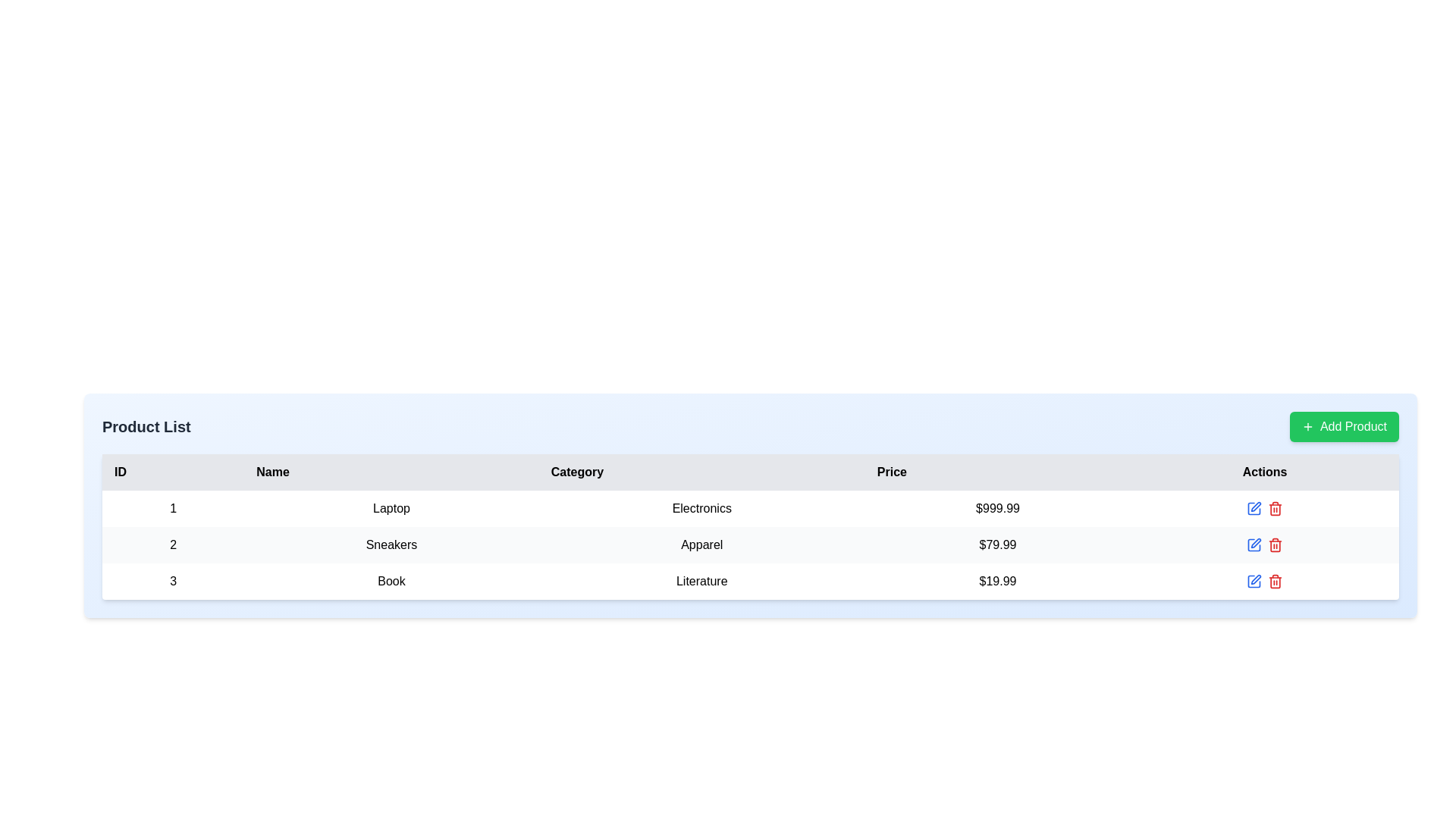  Describe the element at coordinates (1254, 509) in the screenshot. I see `the first blue editing icon in the 'Actions' column of the table for the product entry 'Laptop'` at that location.